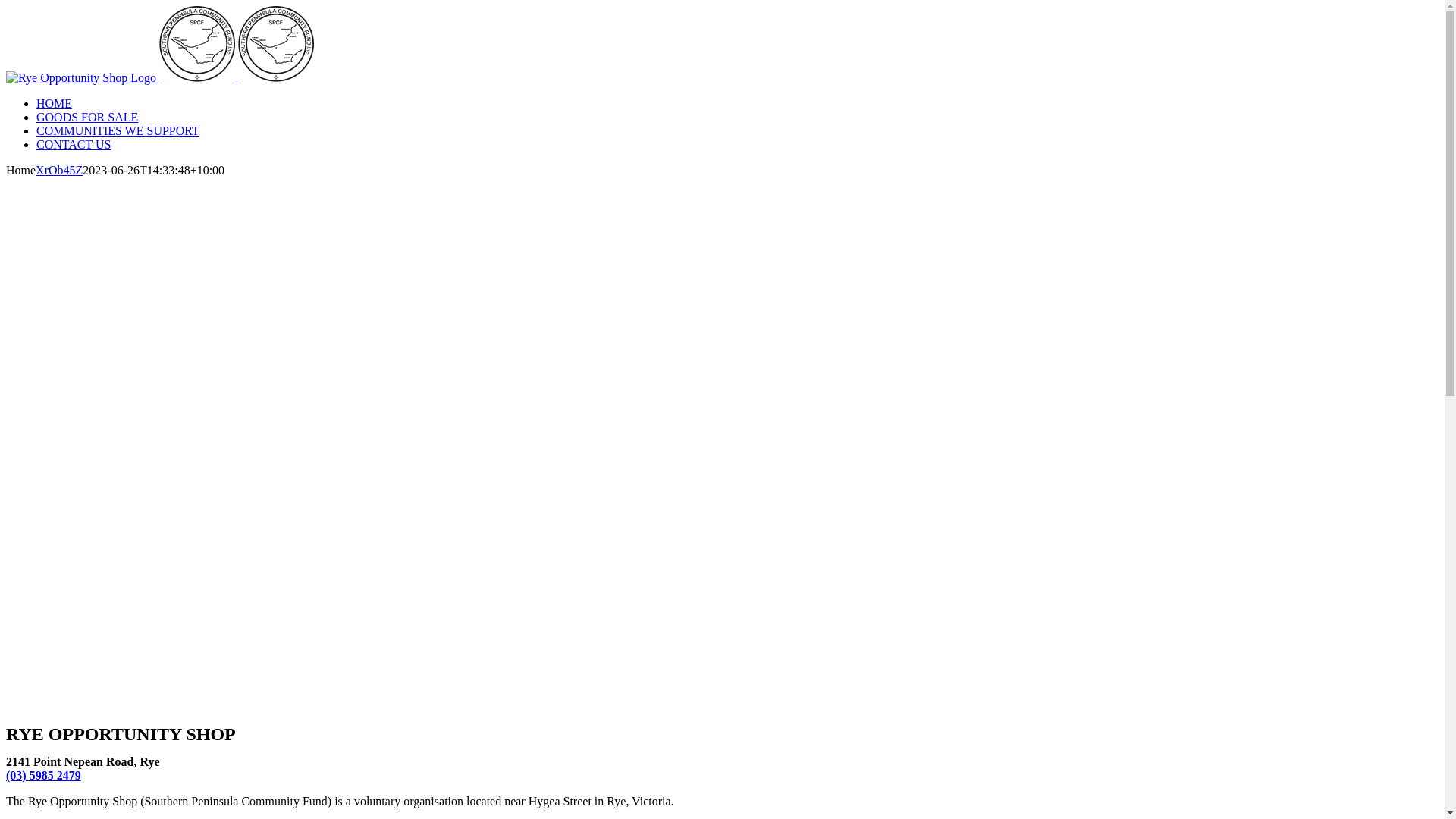  Describe the element at coordinates (117, 130) in the screenshot. I see `'COMMUNITIES WE SUPPORT'` at that location.